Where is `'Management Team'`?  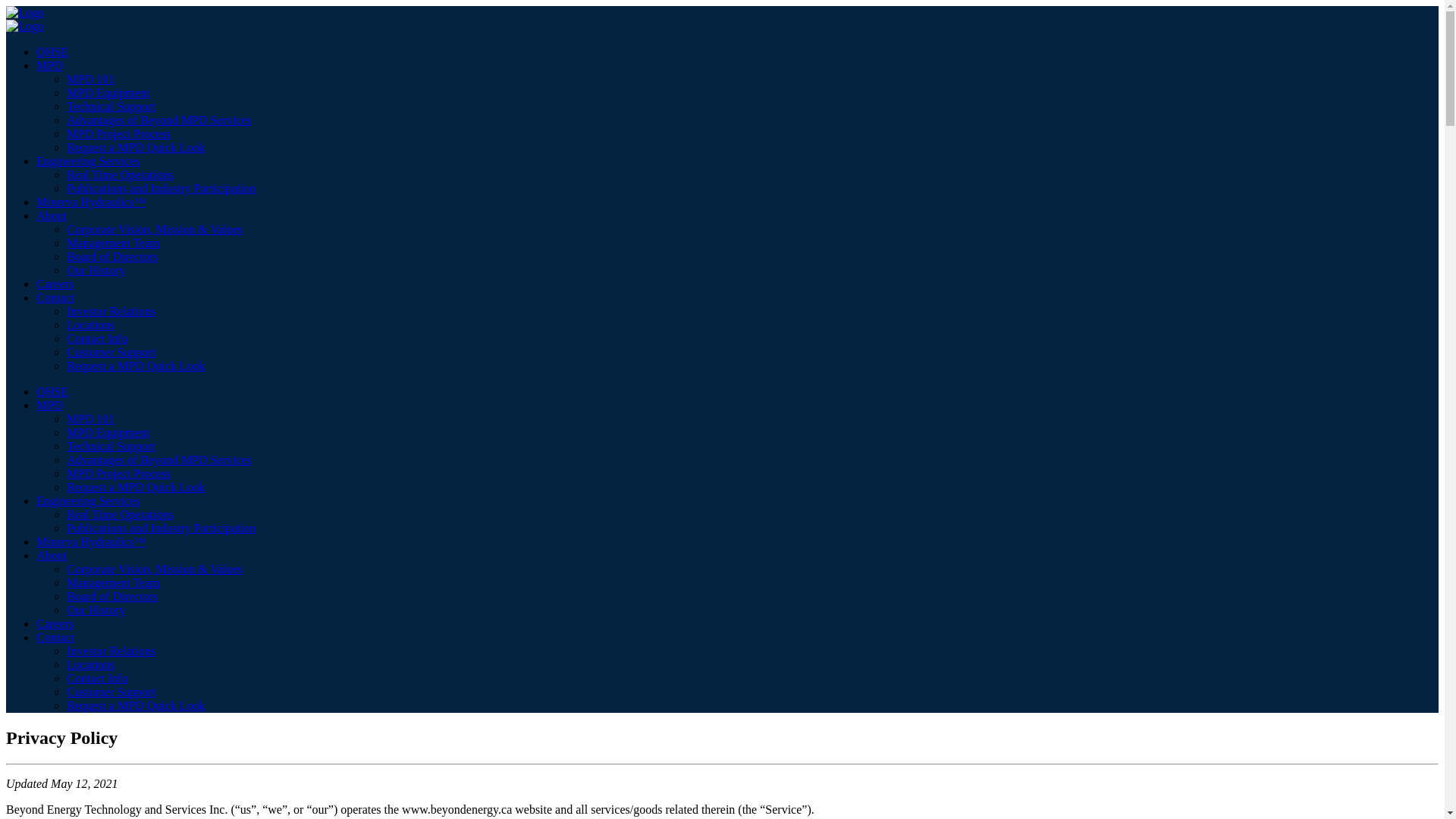
'Management Team' is located at coordinates (112, 582).